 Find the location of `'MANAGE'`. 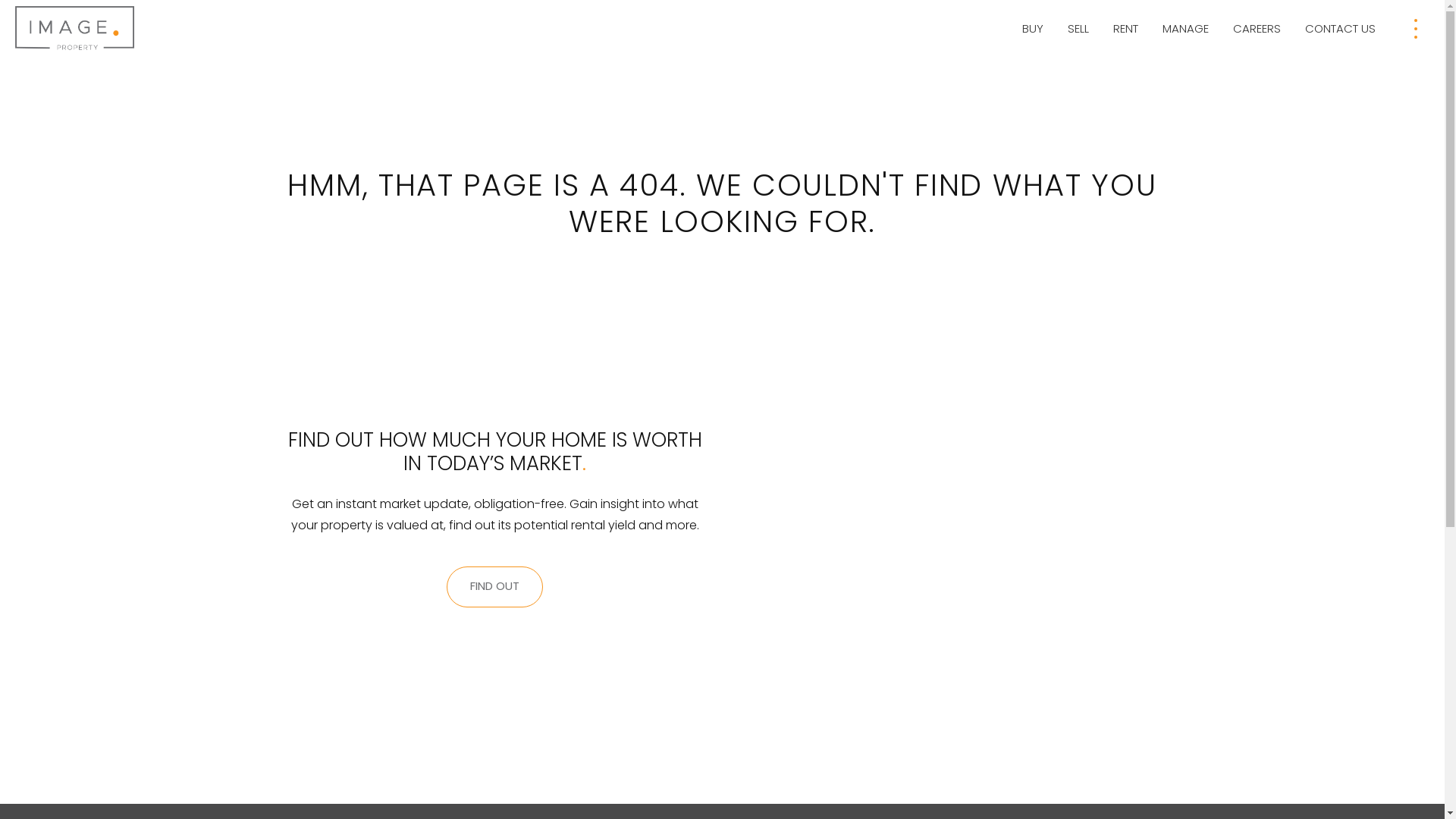

'MANAGE' is located at coordinates (1185, 29).